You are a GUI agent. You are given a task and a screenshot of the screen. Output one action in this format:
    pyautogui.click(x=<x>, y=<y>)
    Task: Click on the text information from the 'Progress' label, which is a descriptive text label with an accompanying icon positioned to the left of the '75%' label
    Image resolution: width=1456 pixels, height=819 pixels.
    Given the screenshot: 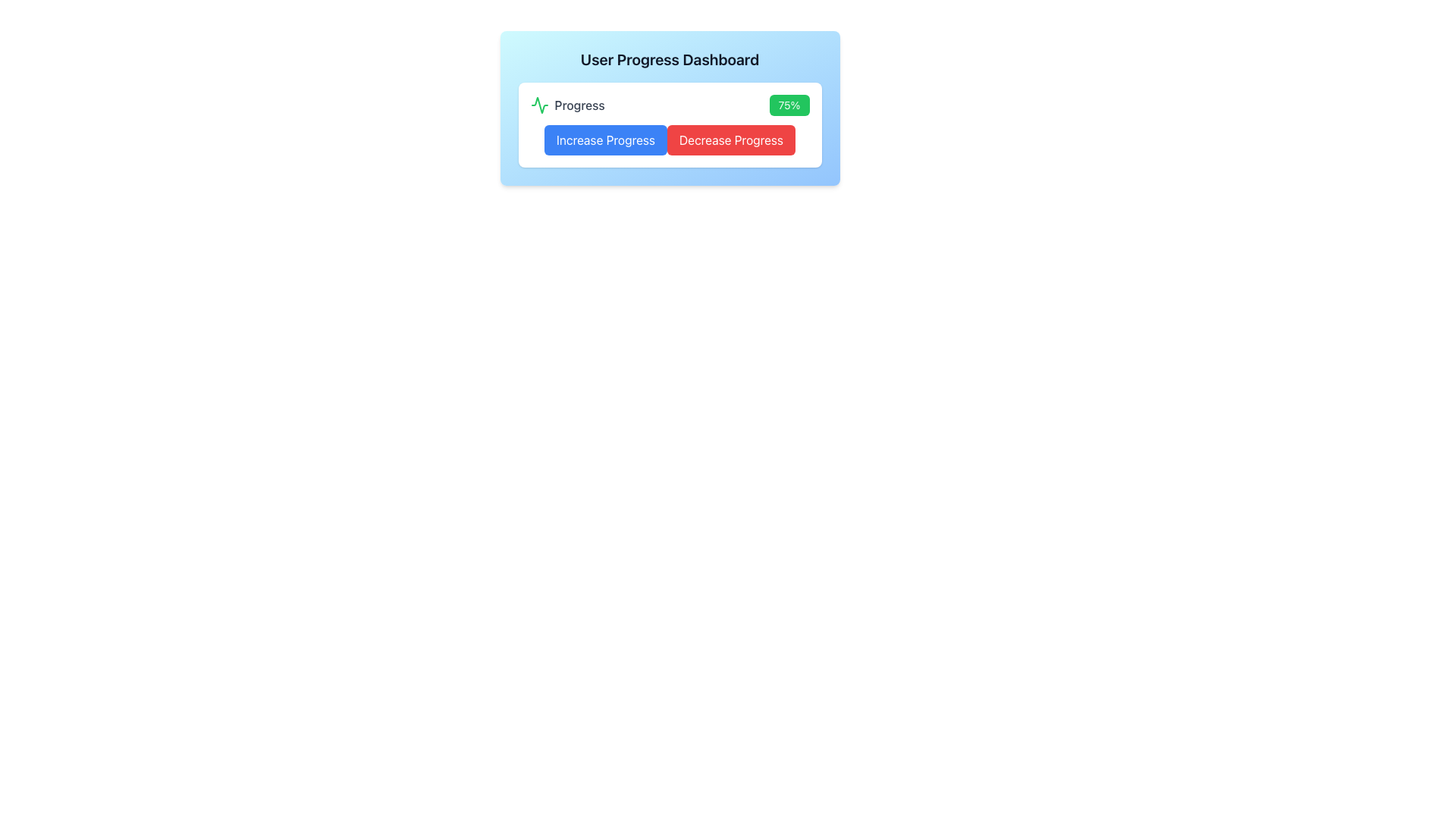 What is the action you would take?
    pyautogui.click(x=566, y=104)
    